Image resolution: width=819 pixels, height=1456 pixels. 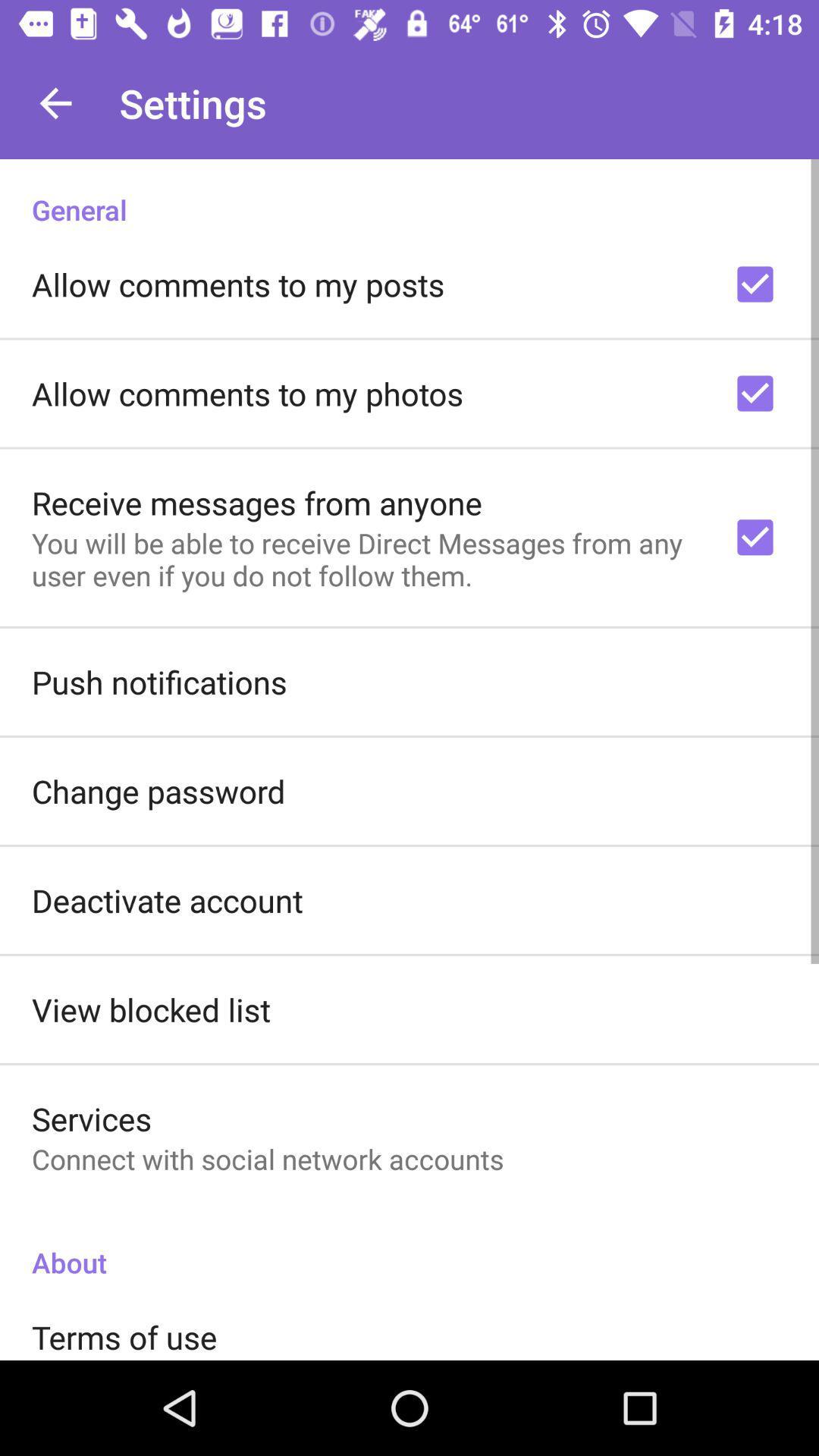 What do you see at coordinates (55, 102) in the screenshot?
I see `the item next to the settings icon` at bounding box center [55, 102].